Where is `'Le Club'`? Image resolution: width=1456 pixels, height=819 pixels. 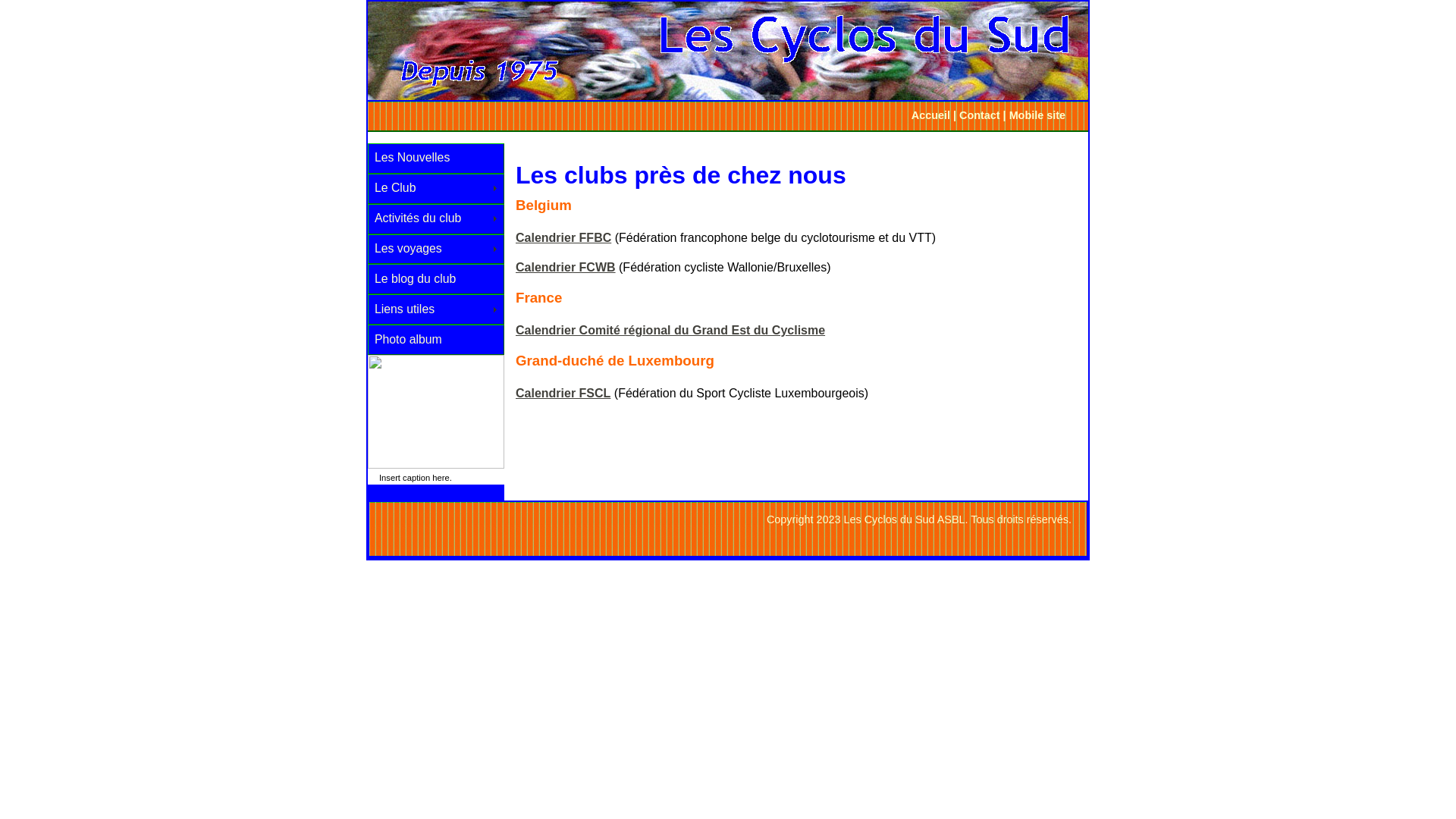
'Le Club' is located at coordinates (367, 188).